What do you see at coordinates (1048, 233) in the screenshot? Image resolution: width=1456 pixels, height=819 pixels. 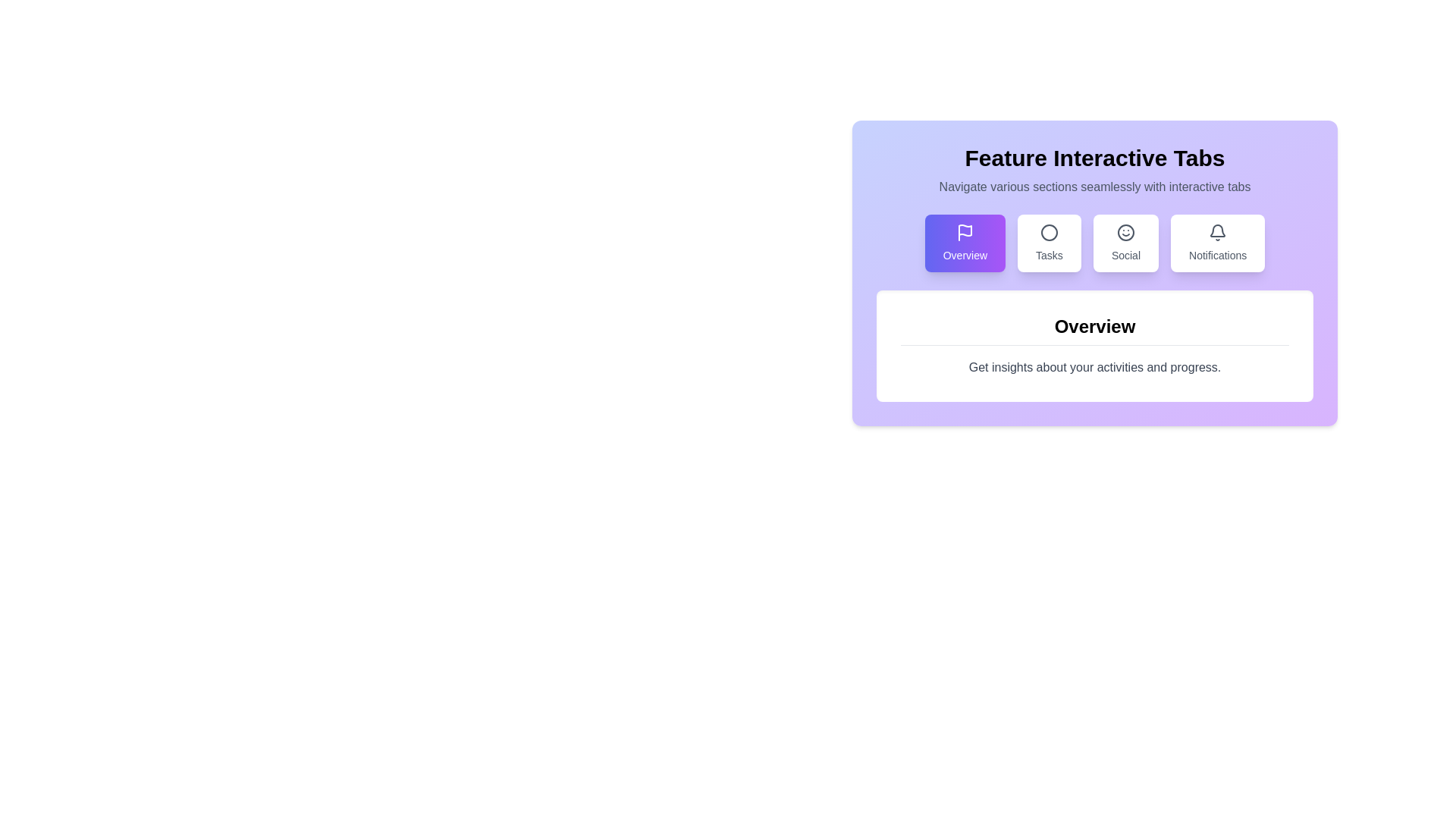 I see `the decorative icon above the 'Tasks' button, which symbolizes pending tasks or activity` at bounding box center [1048, 233].